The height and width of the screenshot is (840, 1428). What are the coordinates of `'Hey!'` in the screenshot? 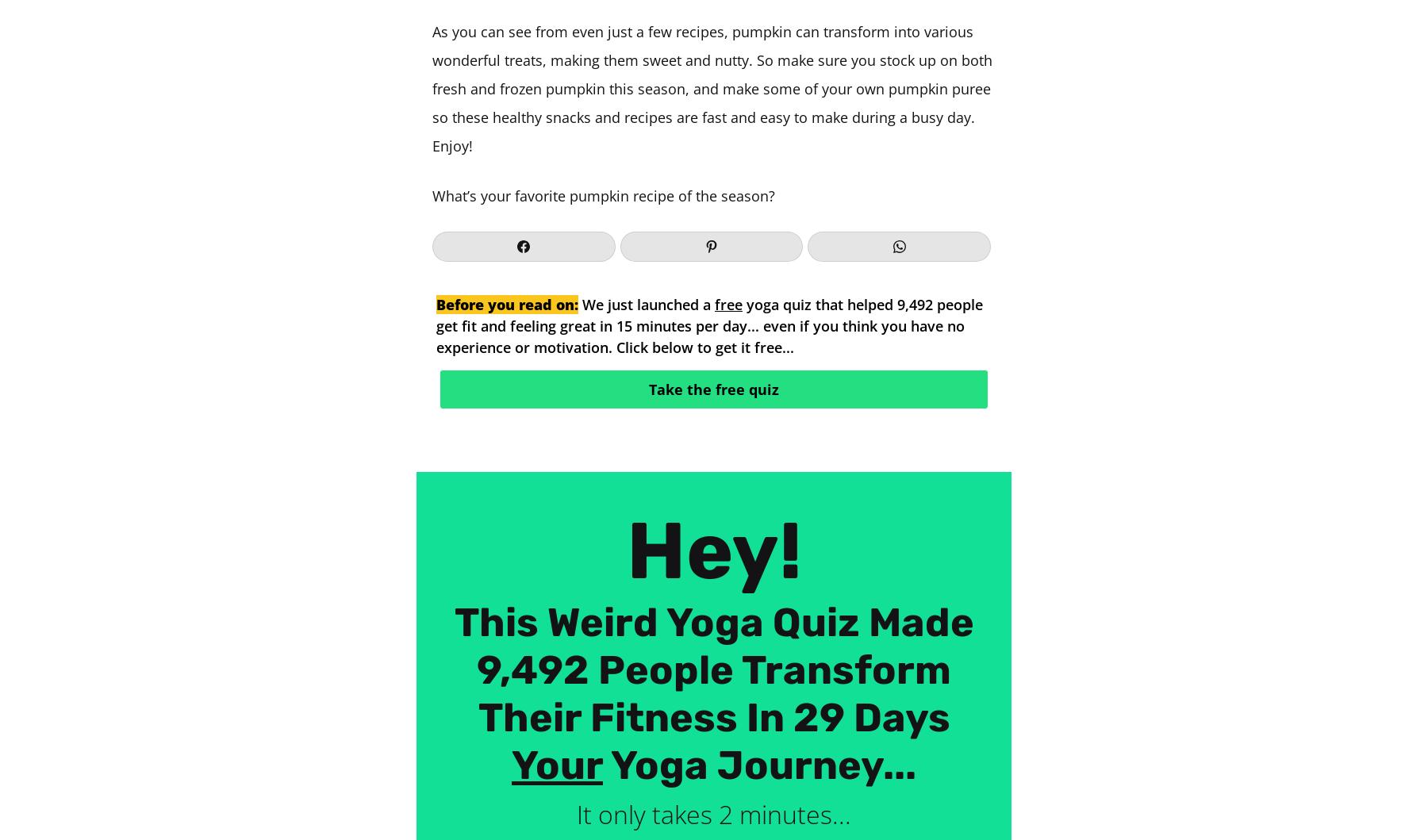 It's located at (713, 550).